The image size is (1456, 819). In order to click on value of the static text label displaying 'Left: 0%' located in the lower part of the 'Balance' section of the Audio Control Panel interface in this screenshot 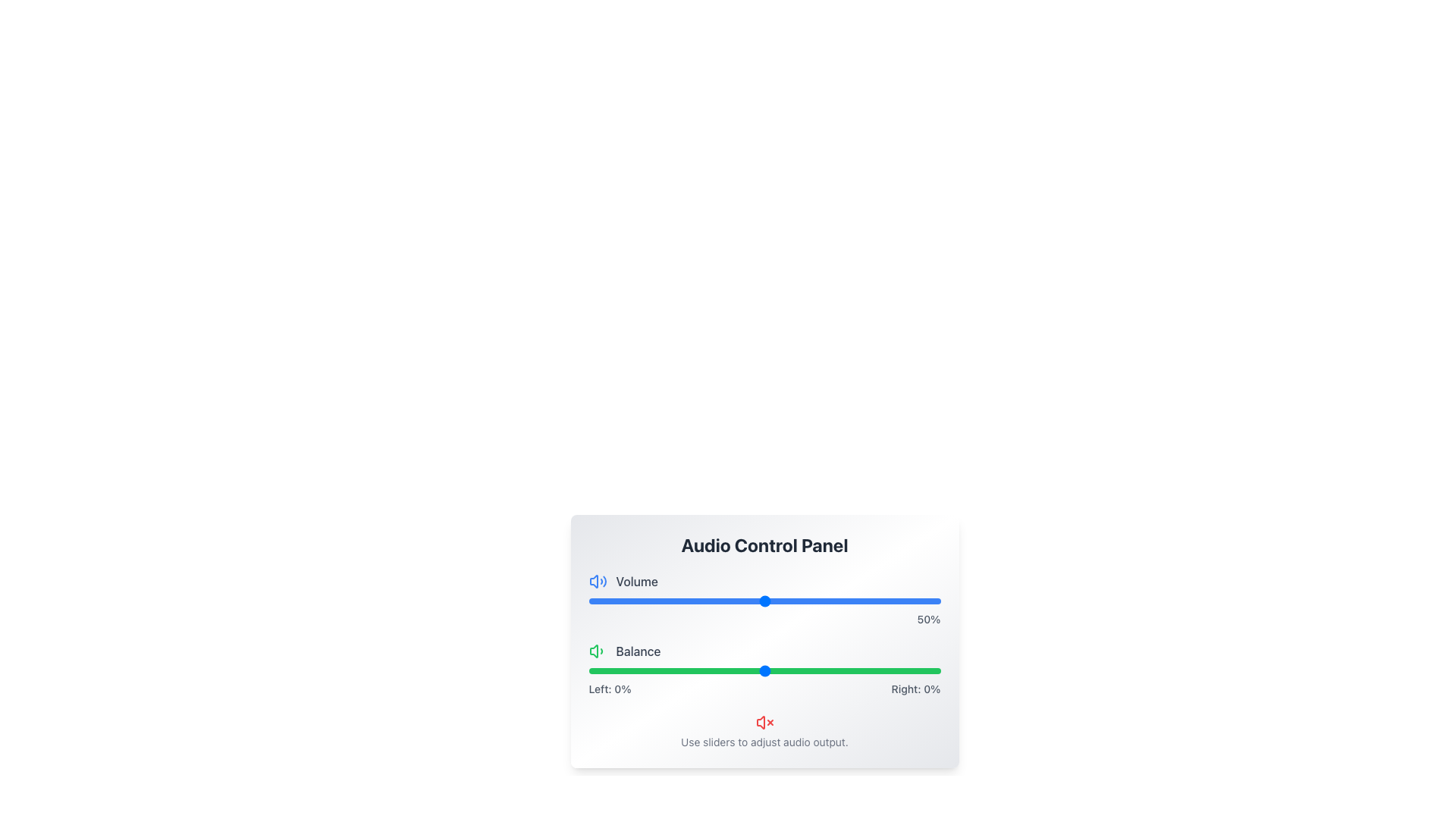, I will do `click(610, 689)`.